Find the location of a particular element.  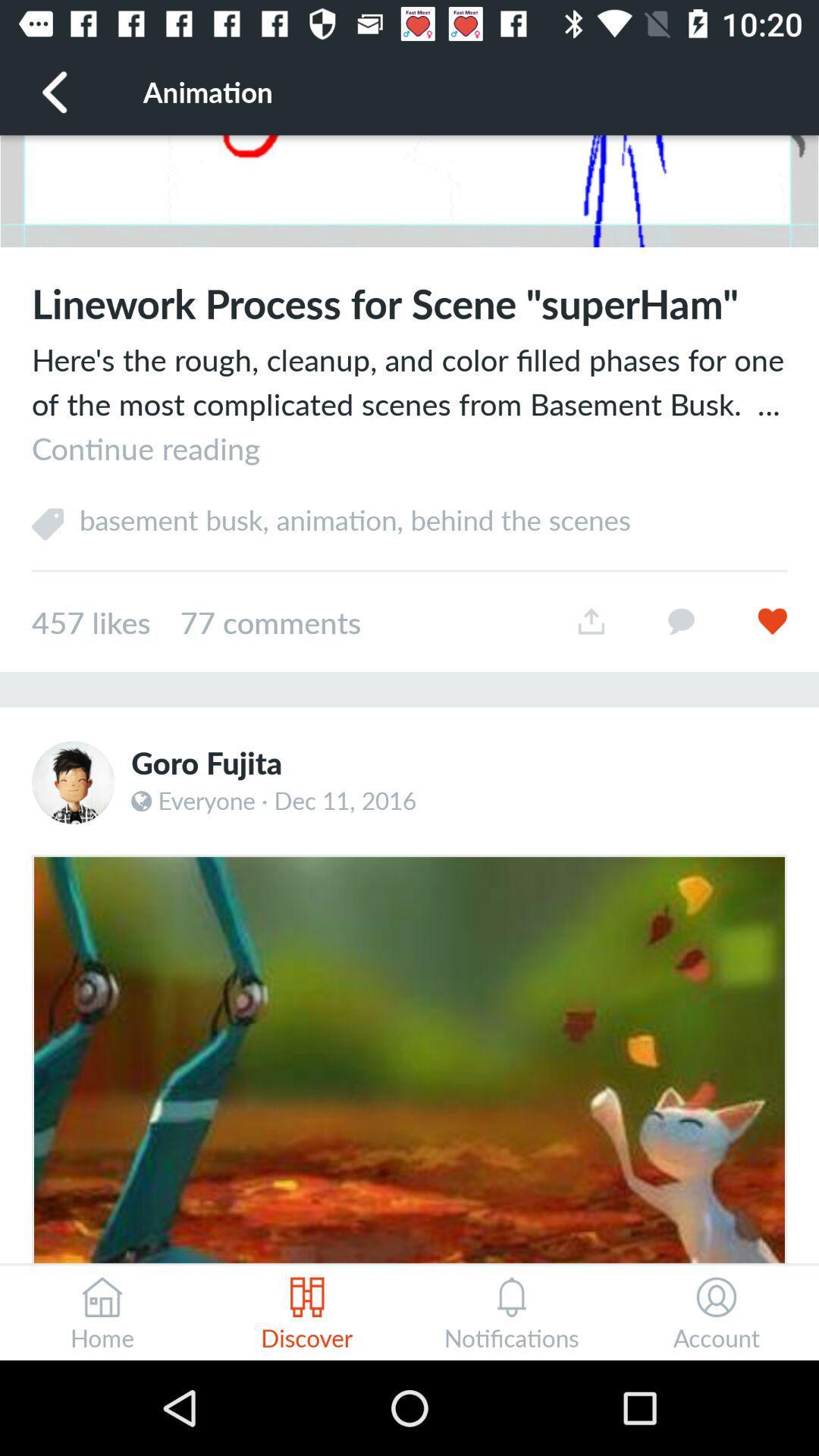

the icon above the linework process for icon is located at coordinates (409, 190).